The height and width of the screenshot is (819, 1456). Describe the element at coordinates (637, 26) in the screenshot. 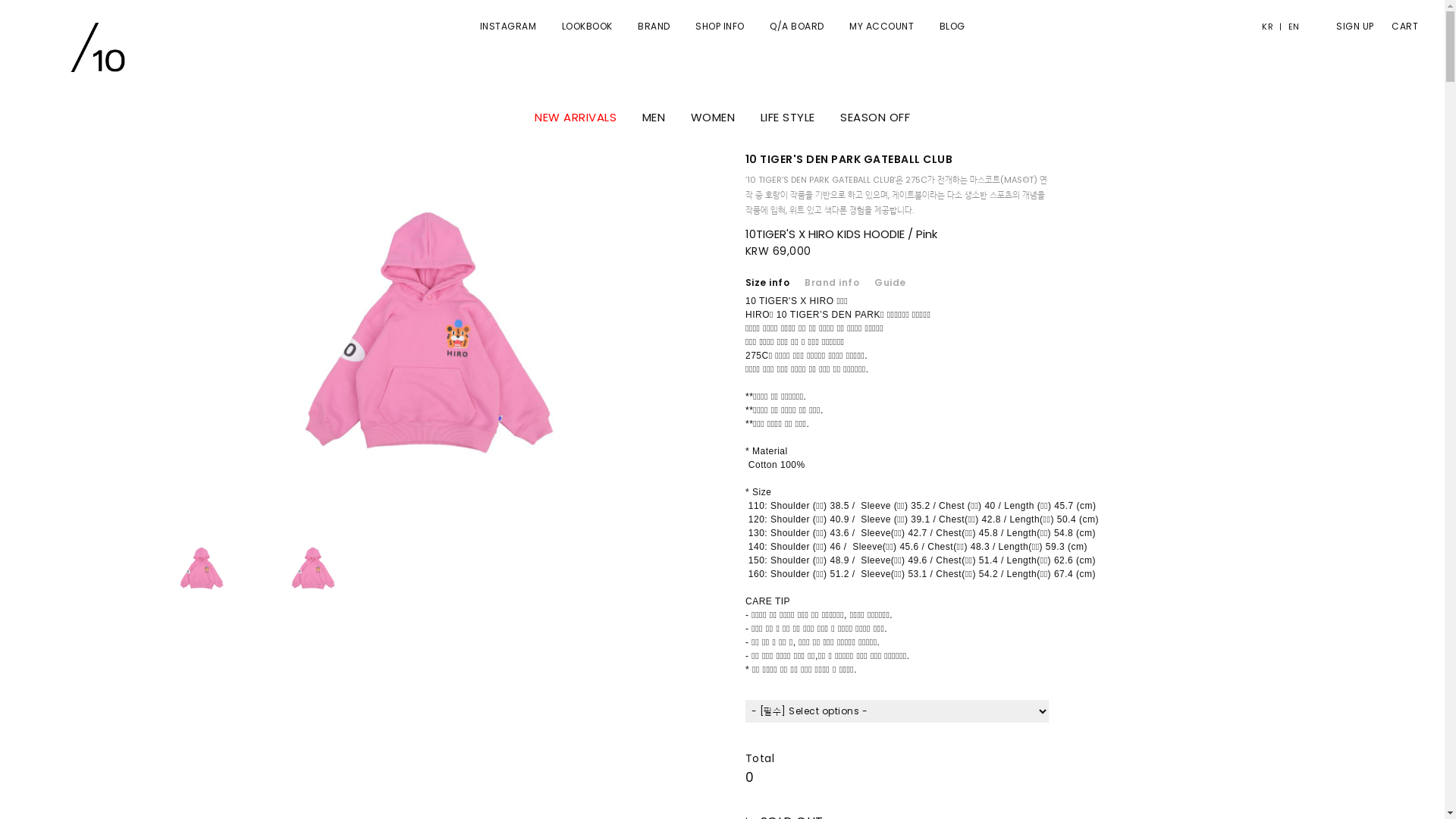

I see `'BRAND'` at that location.